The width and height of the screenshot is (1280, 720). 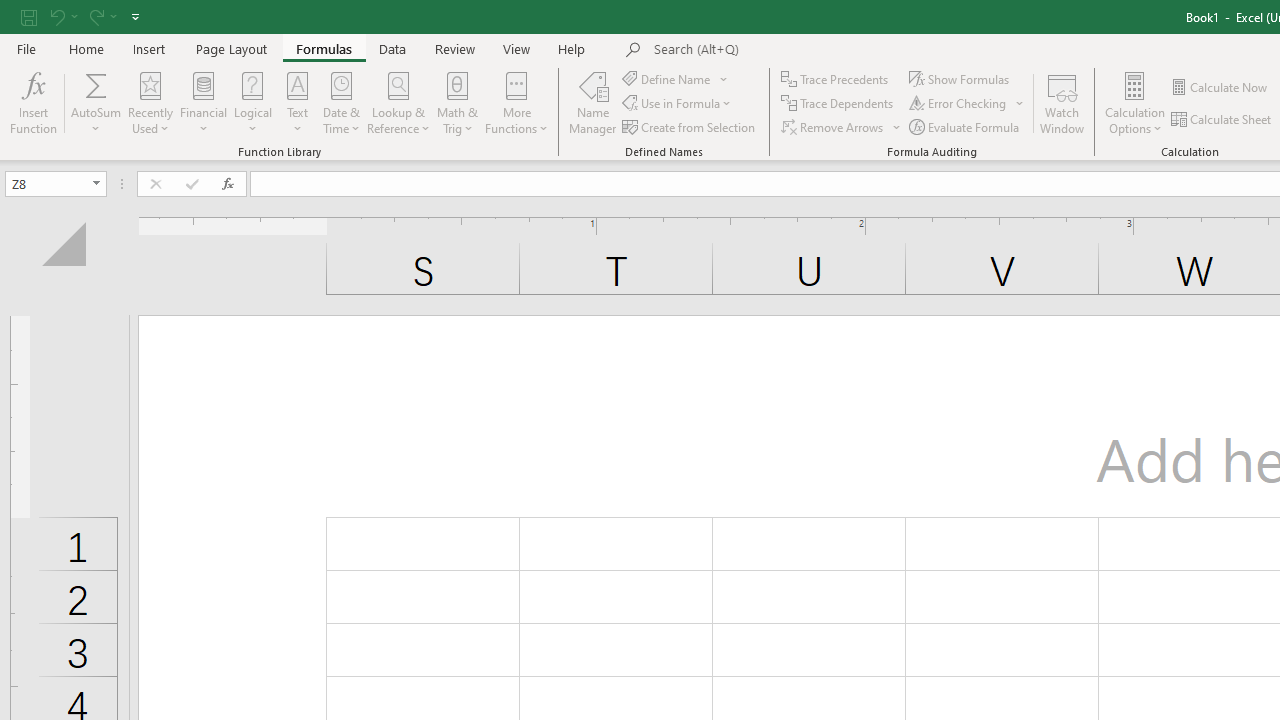 I want to click on 'Calculate Now', so click(x=1219, y=86).